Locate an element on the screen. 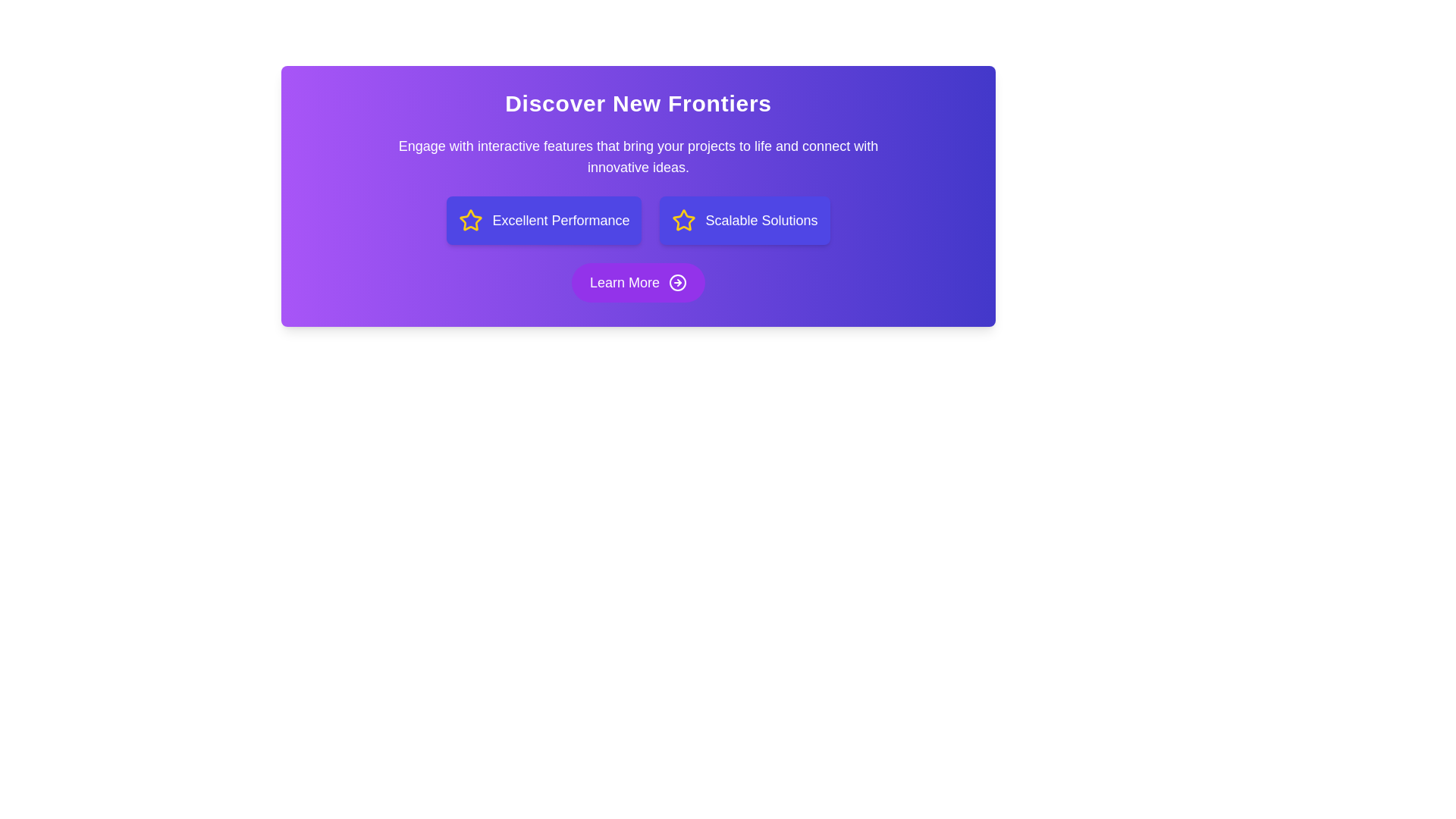  the central circular part of the right-facing arrow icon associated with the 'Learn More' text in the lower section of the header card is located at coordinates (676, 283).